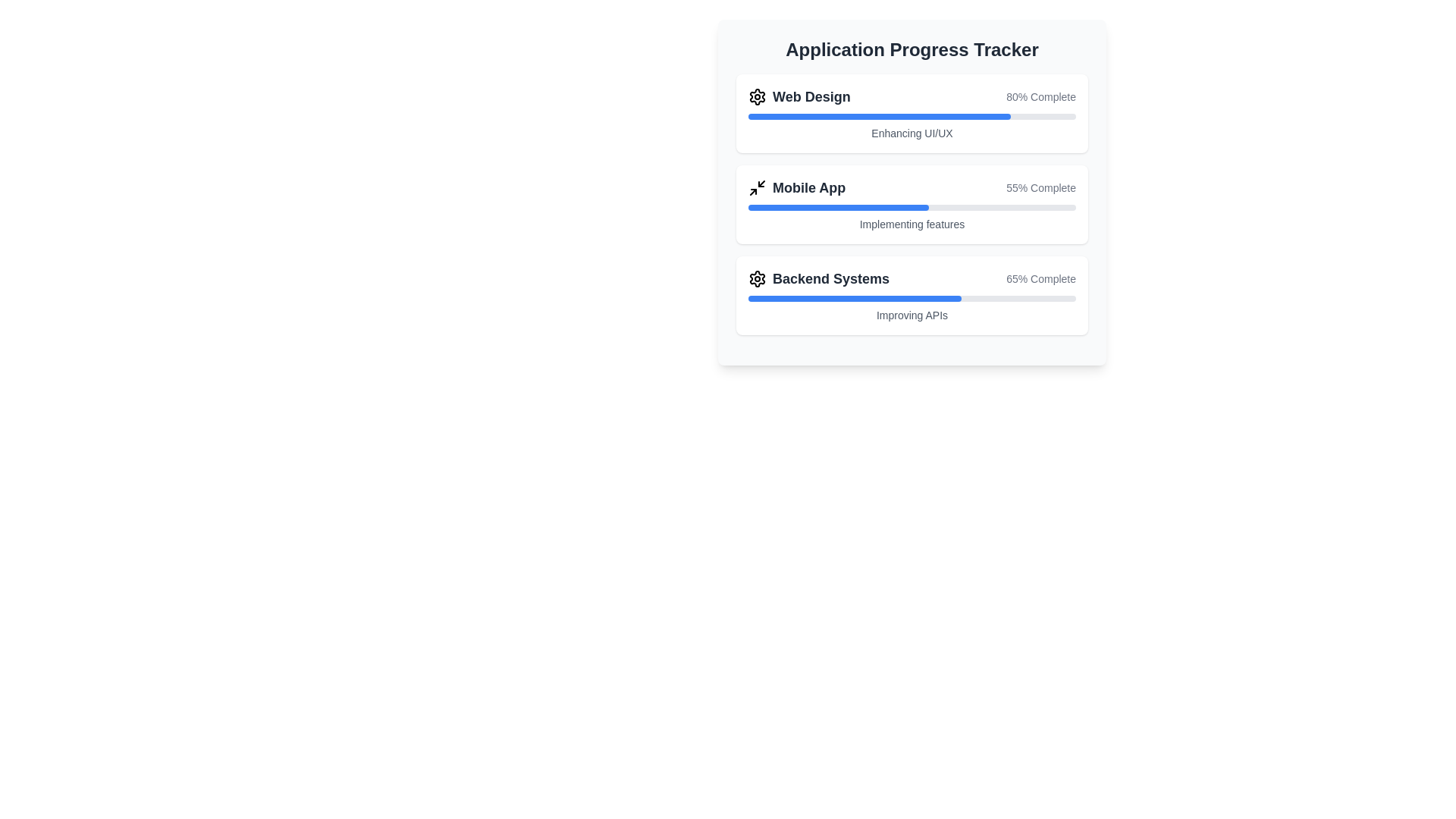 Image resolution: width=1456 pixels, height=819 pixels. I want to click on the gear-shaped icon located immediately to the left of the 'Backend Systems' label, so click(757, 278).